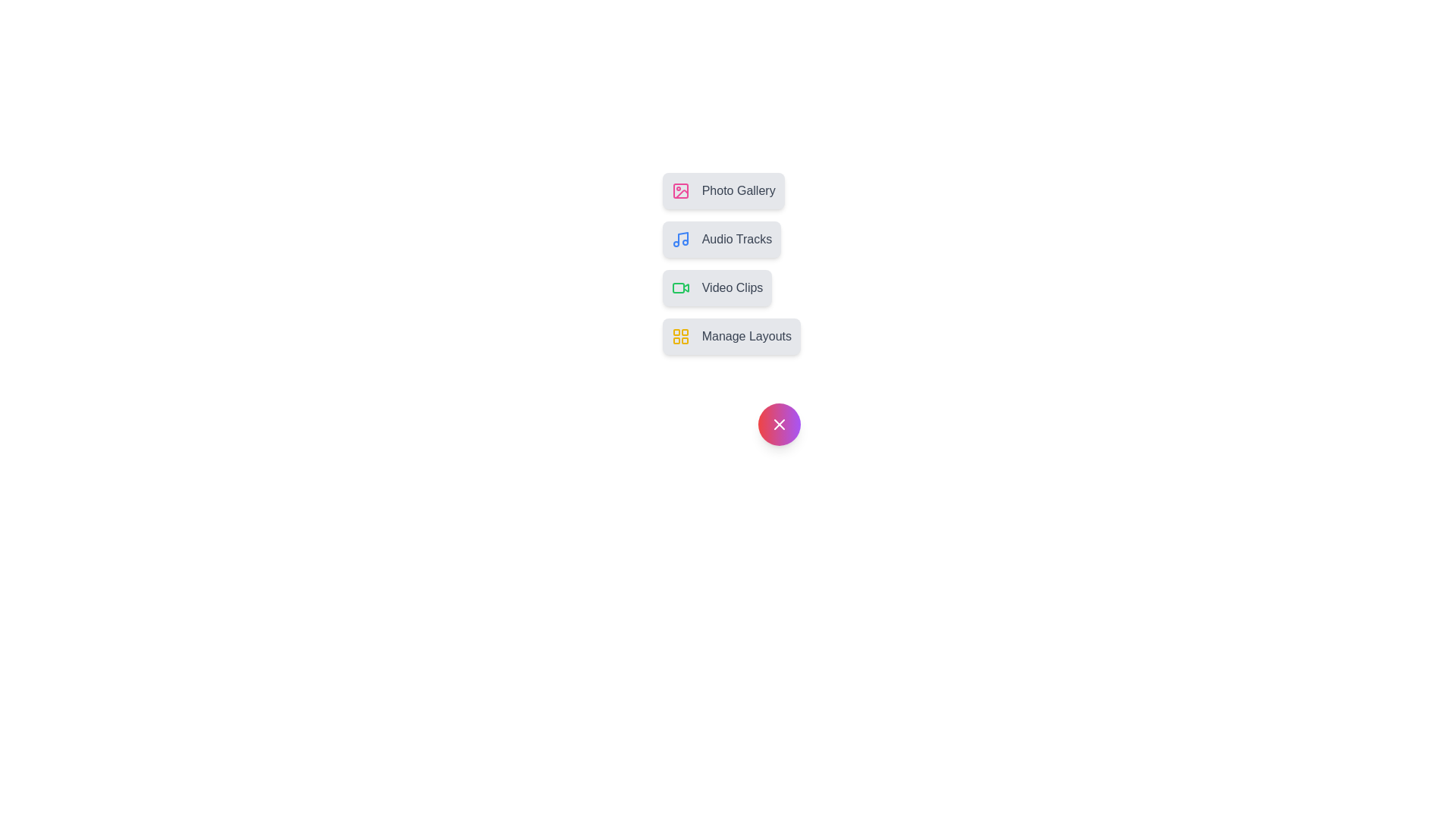 The width and height of the screenshot is (1456, 819). I want to click on the third button in the vertical list that navigates to the video clips section, located between 'Audio Tracks' and 'Manage Layouts', to potentially display additional information or styles, so click(716, 288).